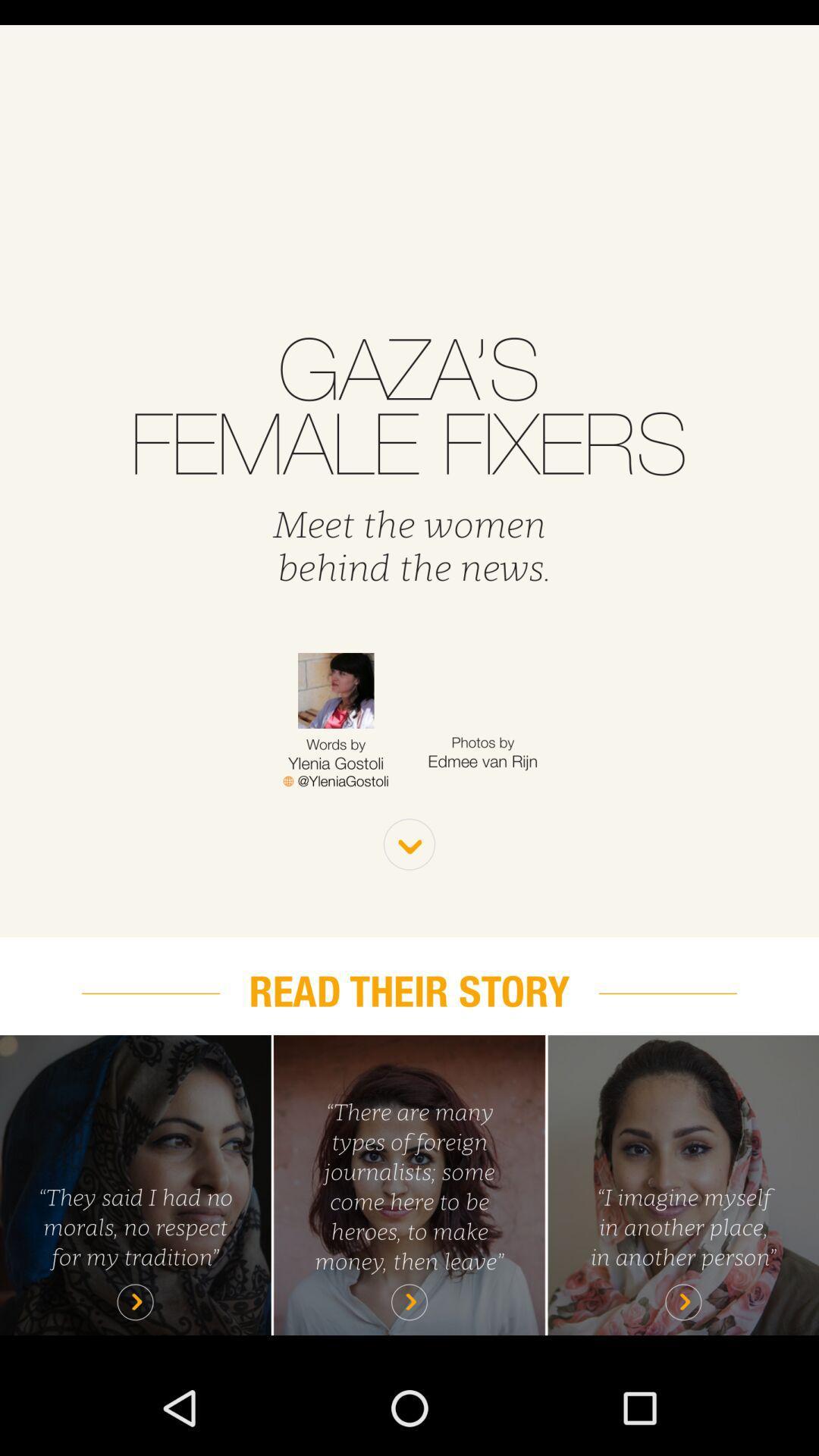  Describe the element at coordinates (409, 843) in the screenshot. I see `see more option` at that location.